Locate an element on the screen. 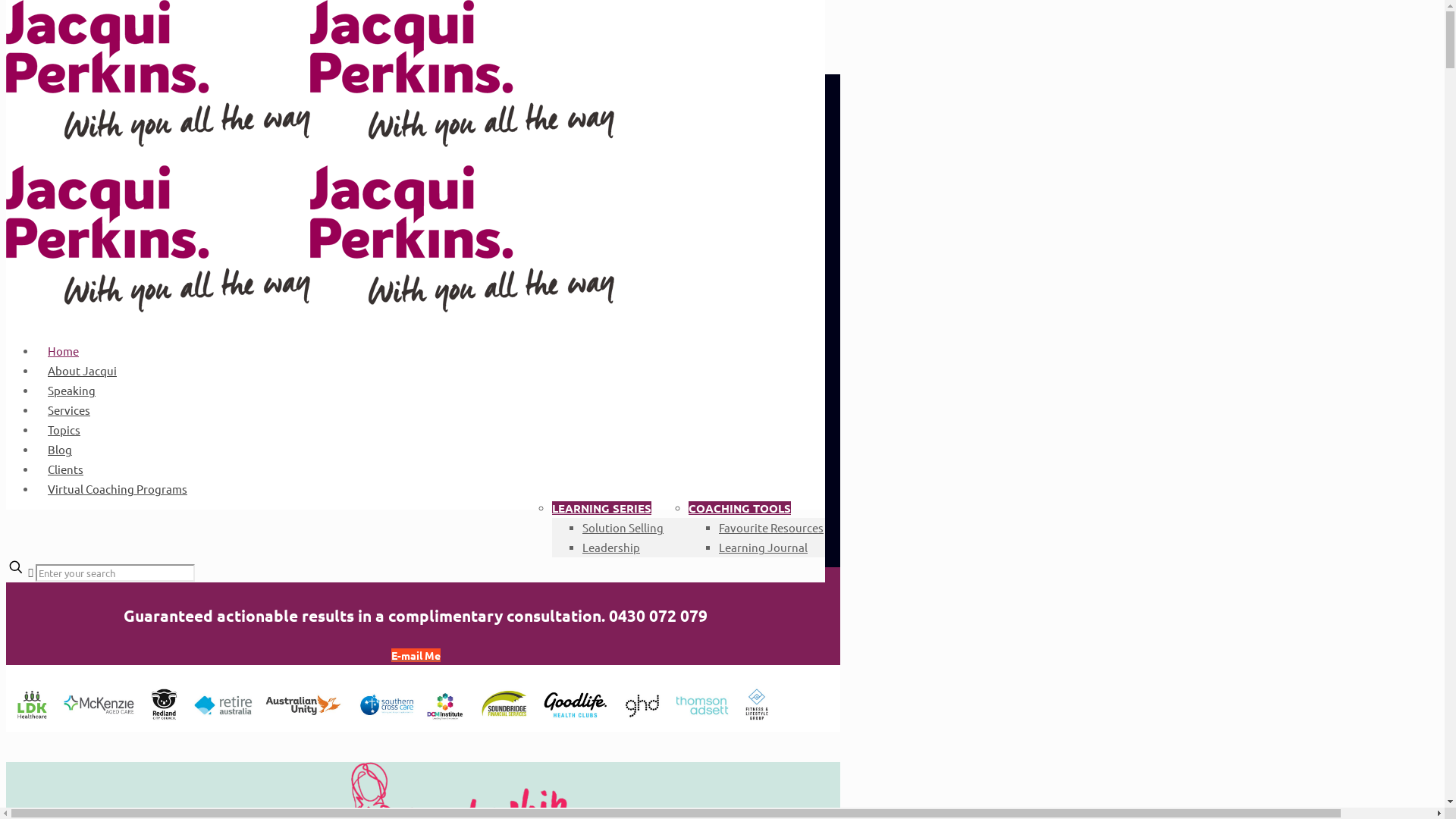 This screenshot has height=819, width=1456. 'COACHING TOOLS' is located at coordinates (739, 508).